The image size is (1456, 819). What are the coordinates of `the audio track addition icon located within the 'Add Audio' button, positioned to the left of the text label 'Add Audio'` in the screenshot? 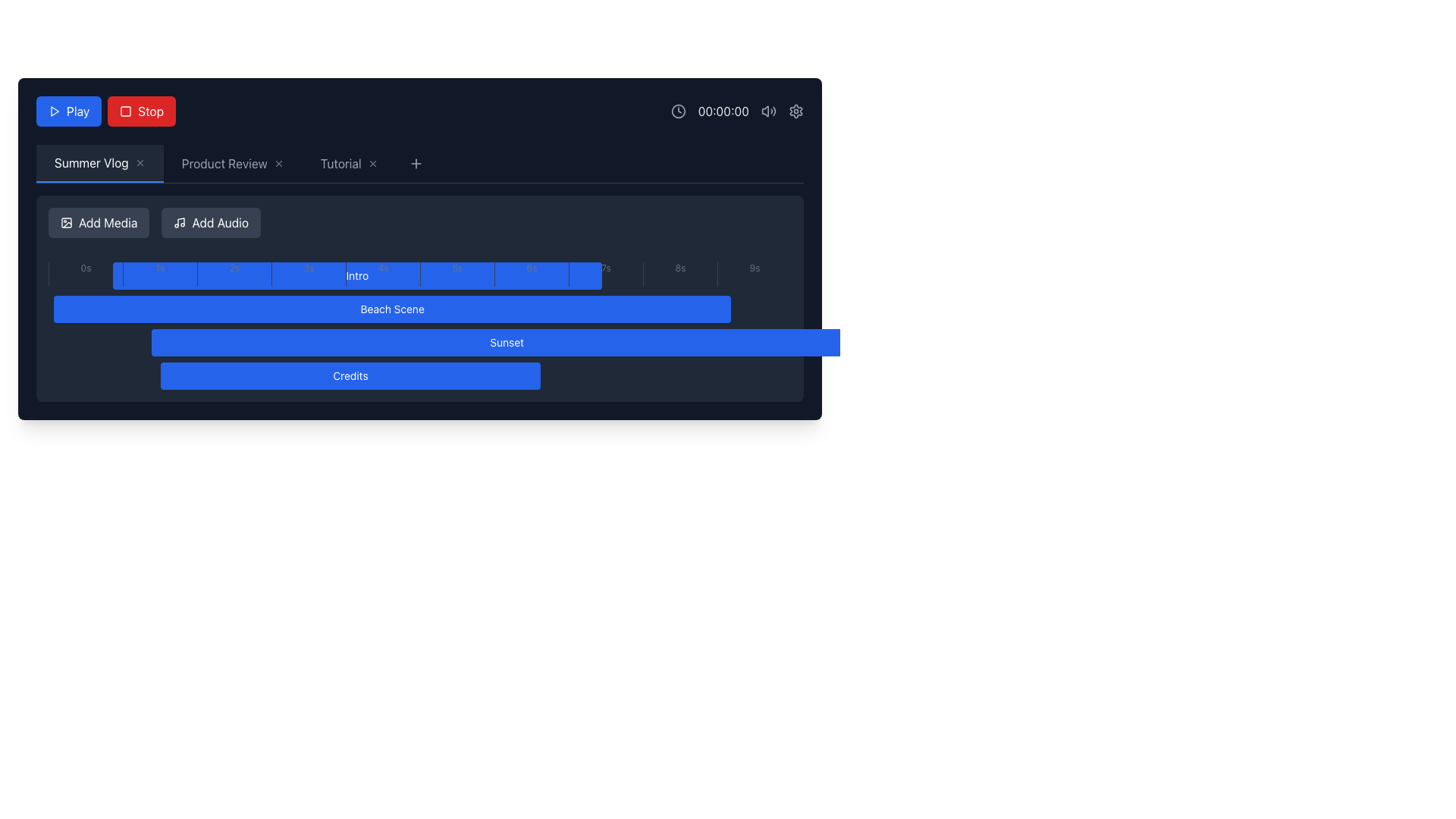 It's located at (180, 222).